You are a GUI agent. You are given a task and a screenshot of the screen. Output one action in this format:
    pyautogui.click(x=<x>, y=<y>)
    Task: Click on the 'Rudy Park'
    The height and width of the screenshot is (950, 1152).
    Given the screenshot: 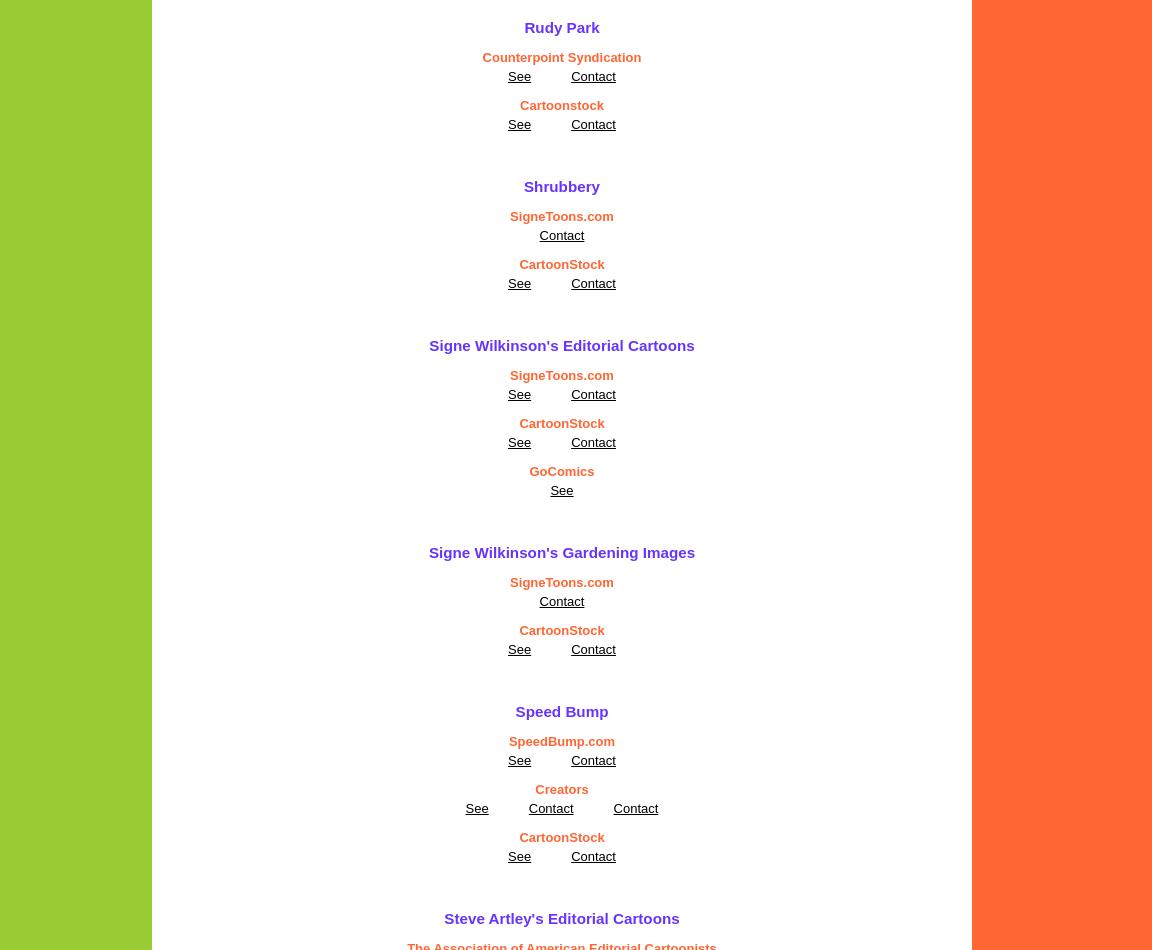 What is the action you would take?
    pyautogui.click(x=561, y=27)
    